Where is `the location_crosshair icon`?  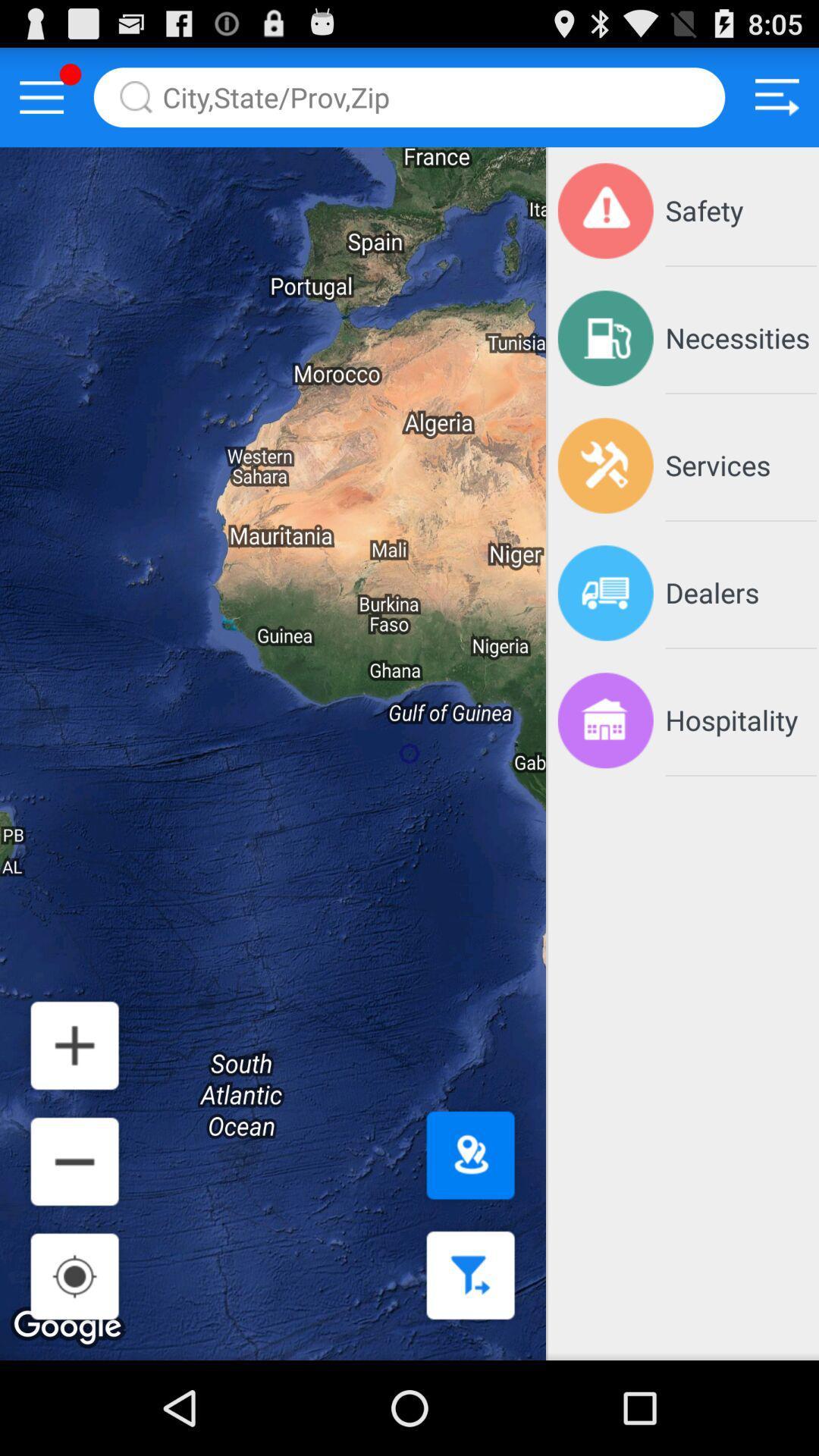 the location_crosshair icon is located at coordinates (74, 1366).